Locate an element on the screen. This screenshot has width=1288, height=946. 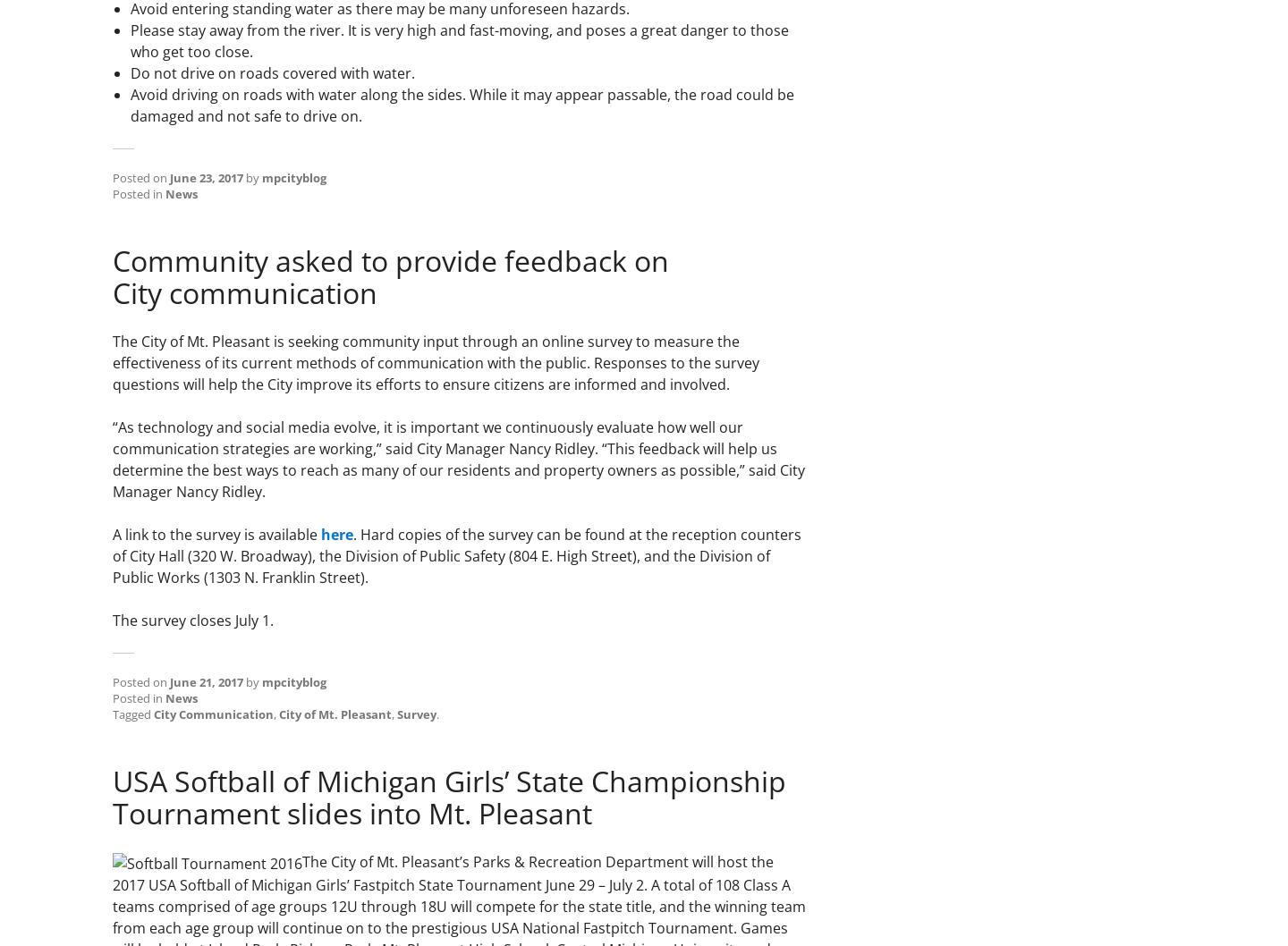
'June 21, 2017' is located at coordinates (206, 682).